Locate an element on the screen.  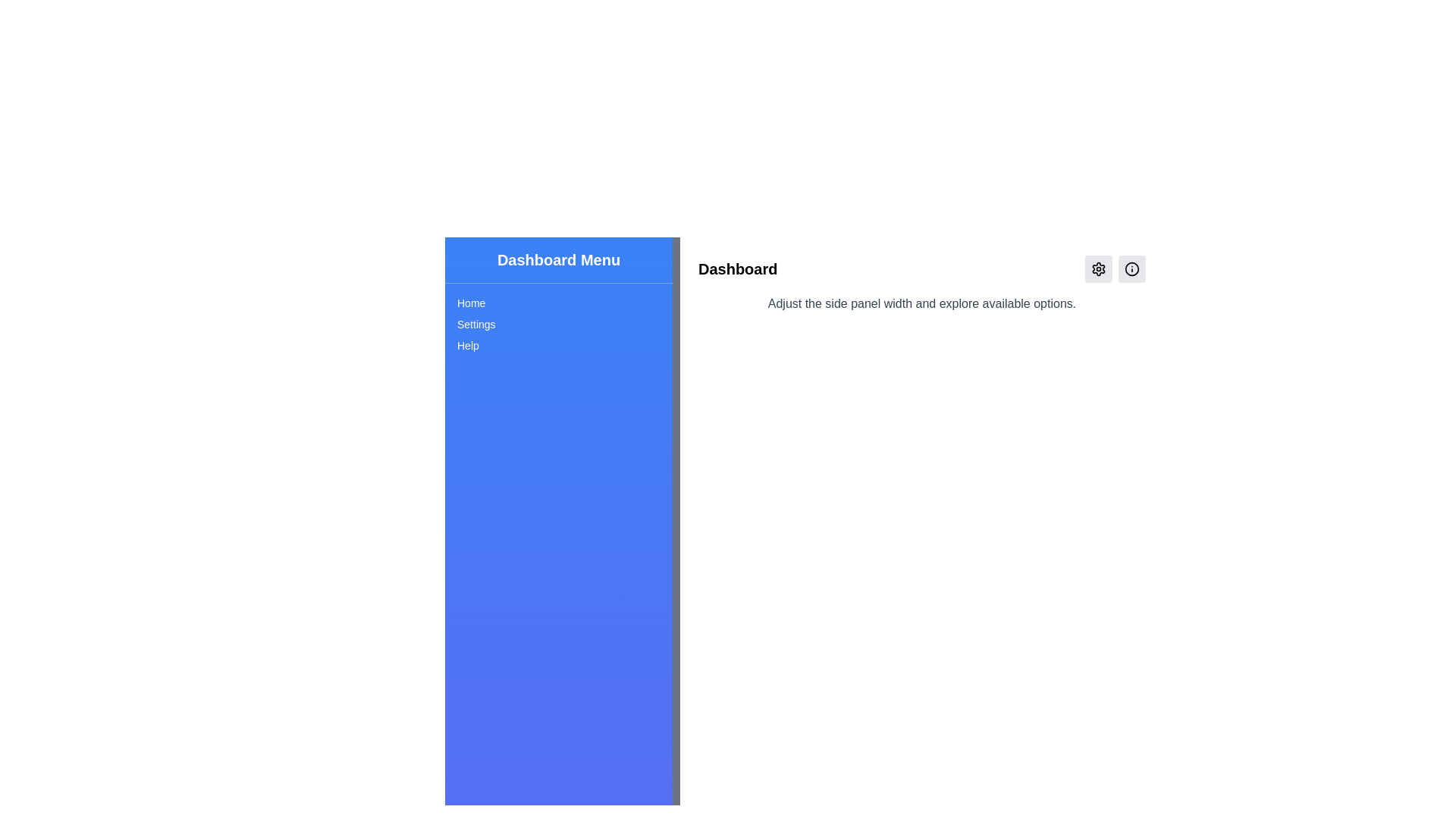
the modern circular information icon located to the right of the settings icon in the top-right section of the interface is located at coordinates (1131, 268).